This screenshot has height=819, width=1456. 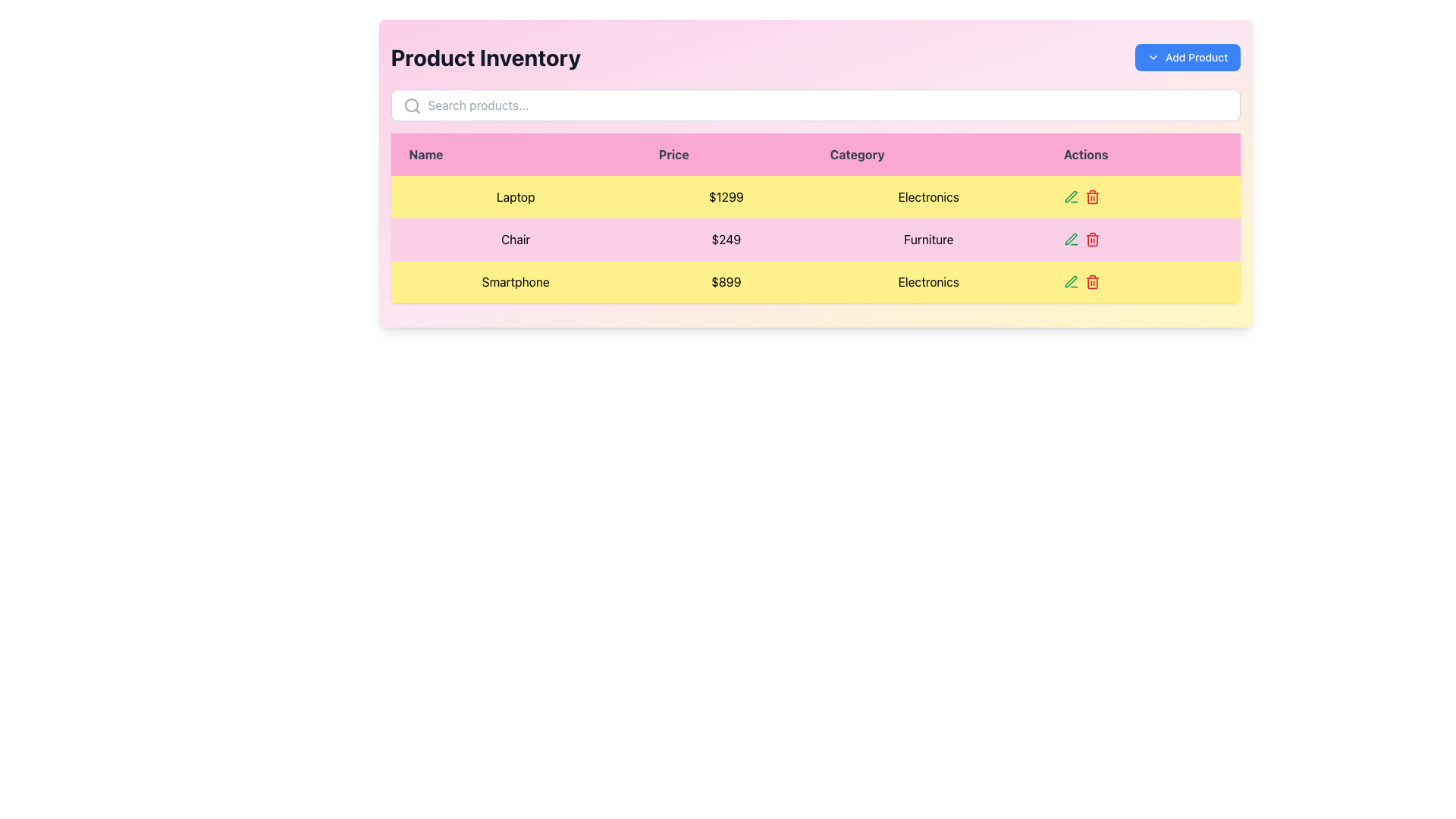 What do you see at coordinates (725, 196) in the screenshot?
I see `the price label displaying '$1299' in bold black text, located in the 'Price' column of the table, adjacent to the 'Laptop' entry` at bounding box center [725, 196].